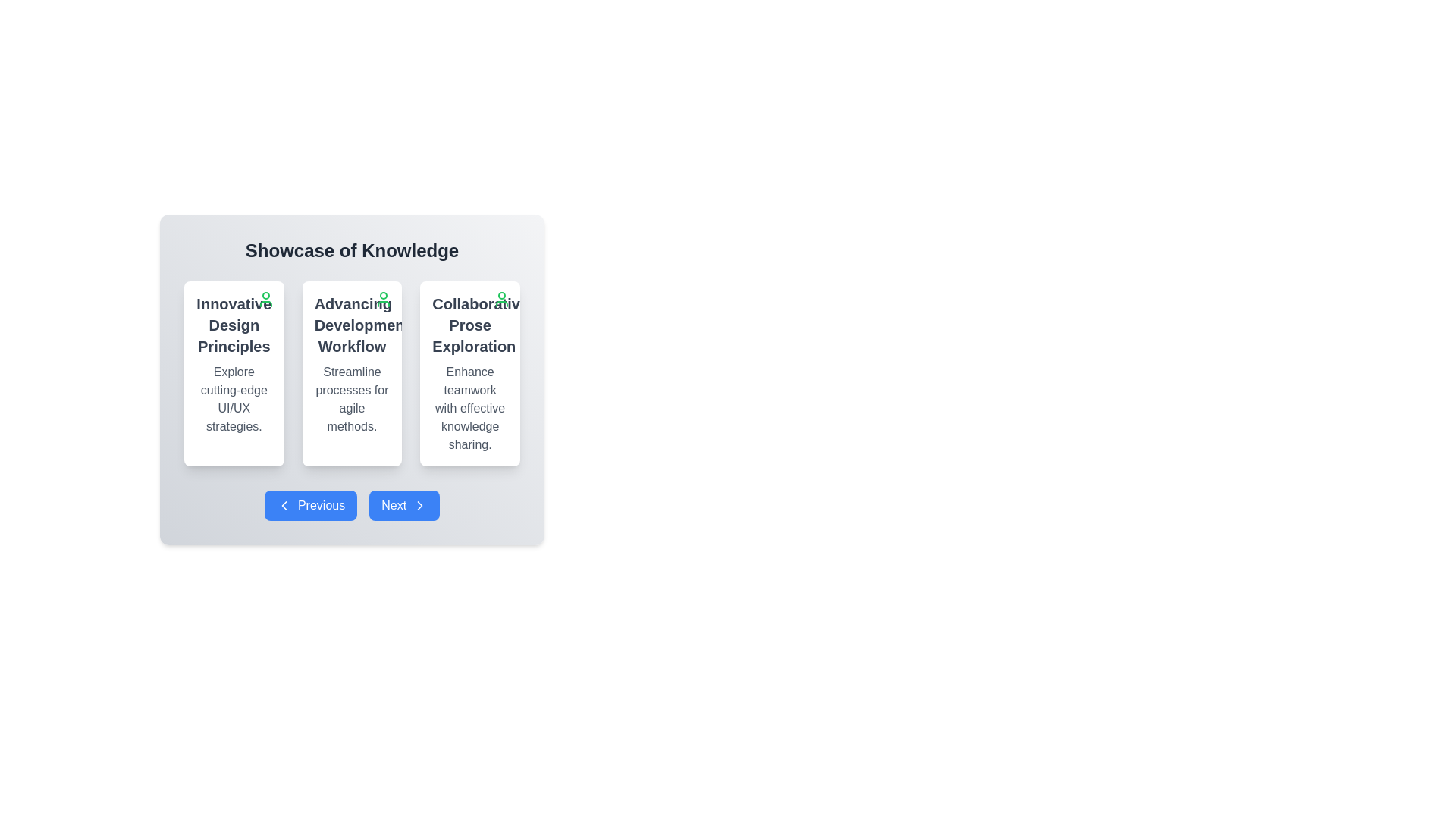  What do you see at coordinates (502, 299) in the screenshot?
I see `the user-related options icon located at the top-right corner of the 'Collaborative Prose Exploration' card to interact with user settings and profile functionalities` at bounding box center [502, 299].